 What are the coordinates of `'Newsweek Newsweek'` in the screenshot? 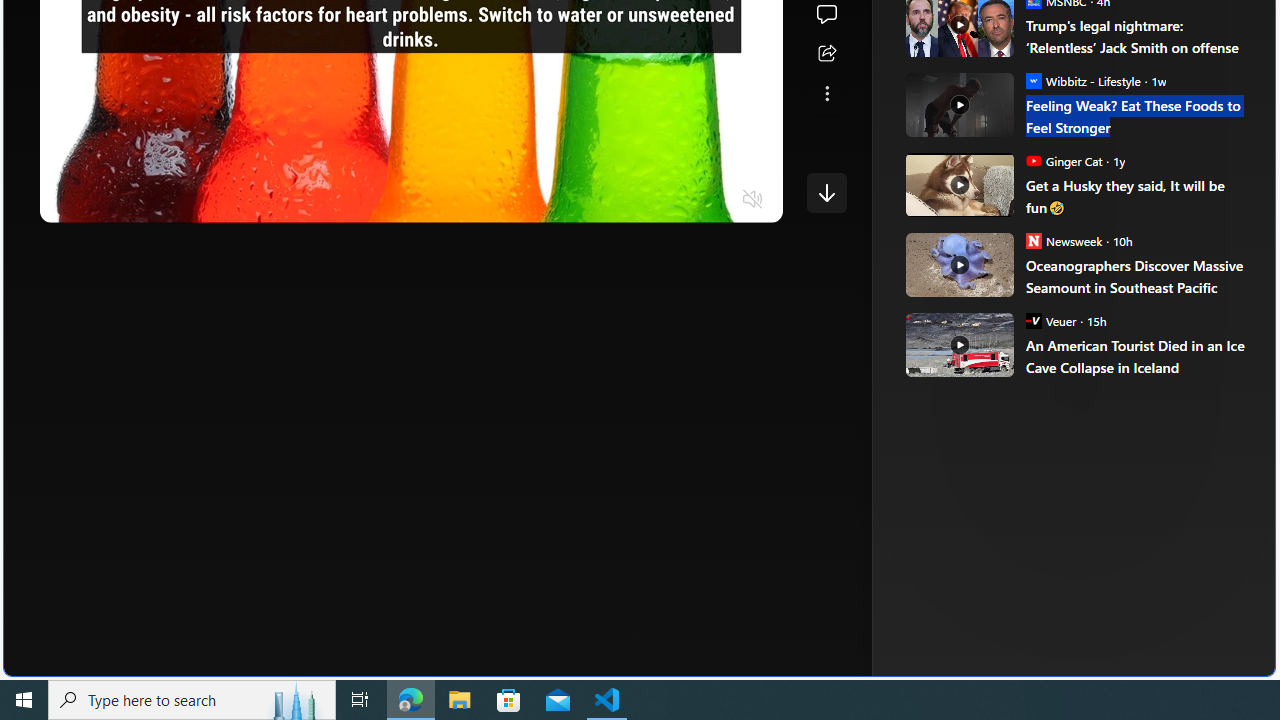 It's located at (1063, 239).